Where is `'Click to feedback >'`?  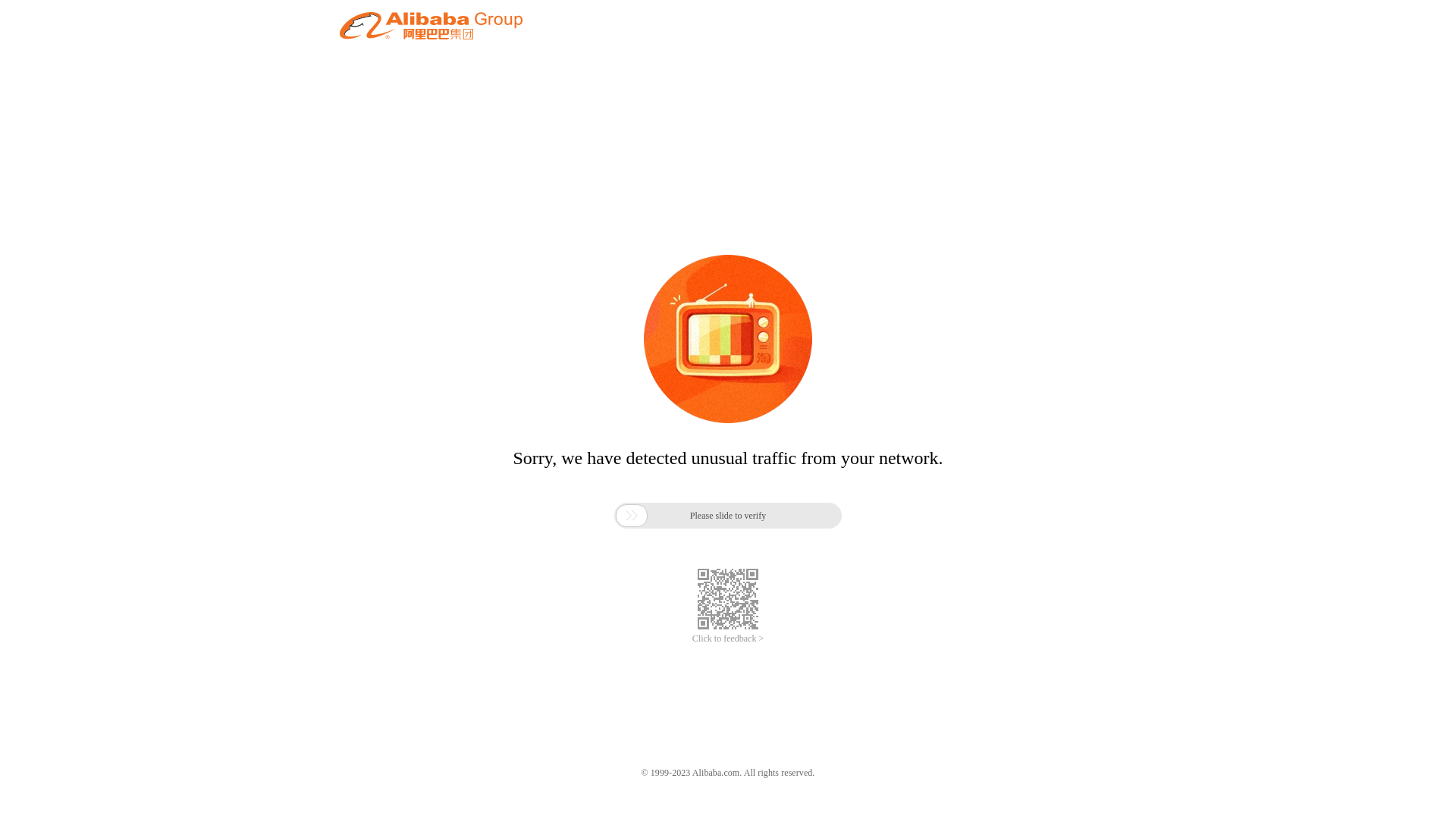
'Click to feedback >' is located at coordinates (728, 639).